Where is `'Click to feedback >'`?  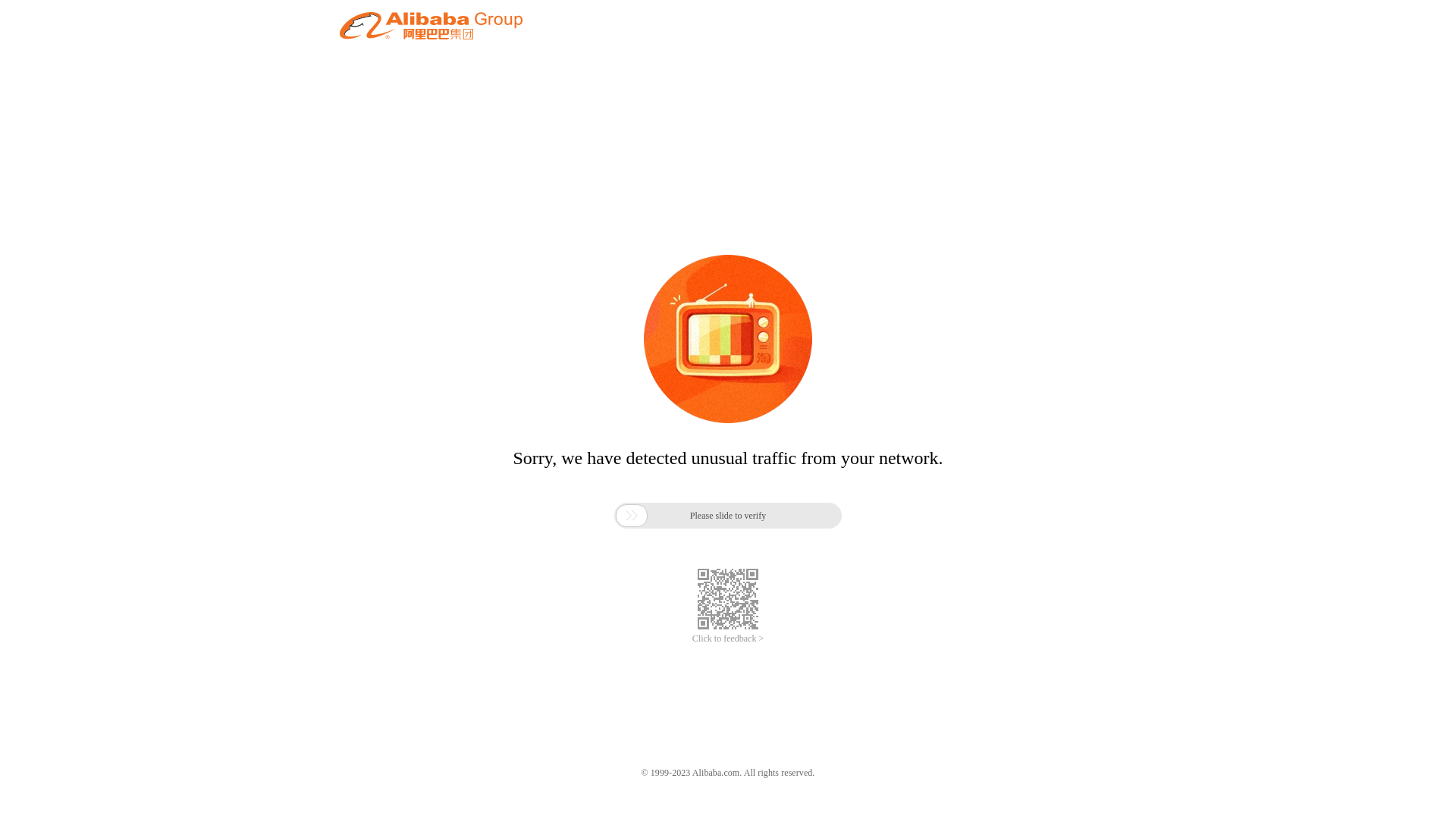
'Click to feedback >' is located at coordinates (728, 639).